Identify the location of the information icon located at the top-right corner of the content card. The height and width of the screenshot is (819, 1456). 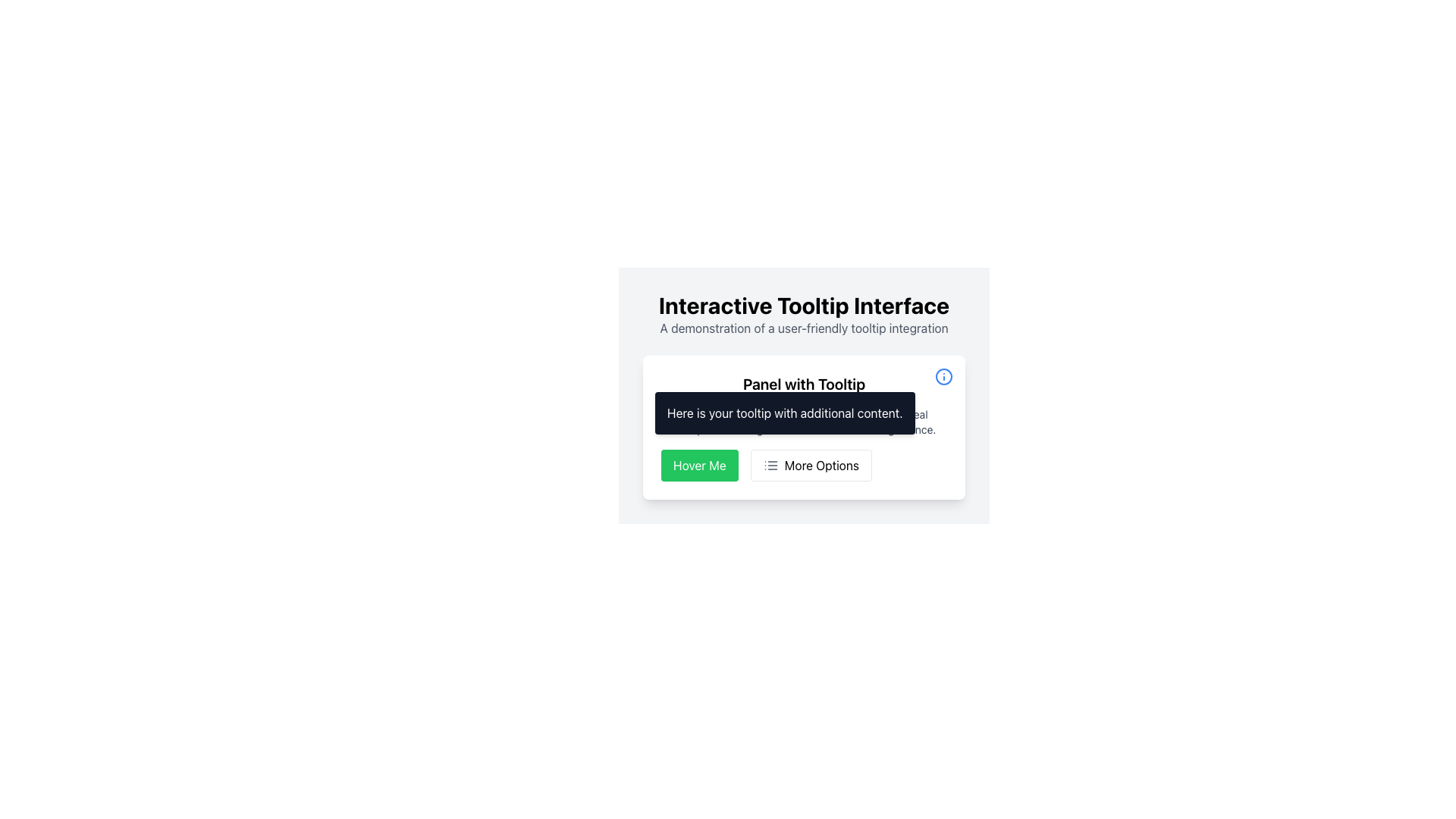
(943, 376).